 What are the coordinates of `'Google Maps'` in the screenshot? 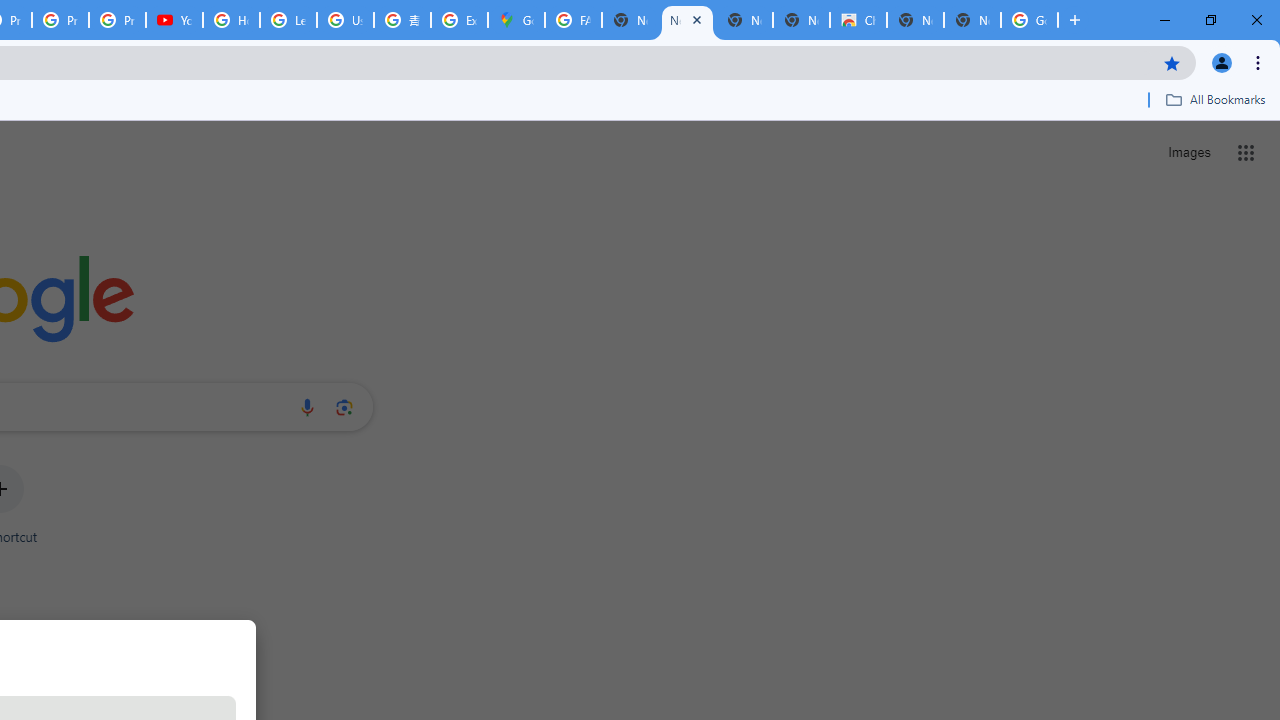 It's located at (516, 20).